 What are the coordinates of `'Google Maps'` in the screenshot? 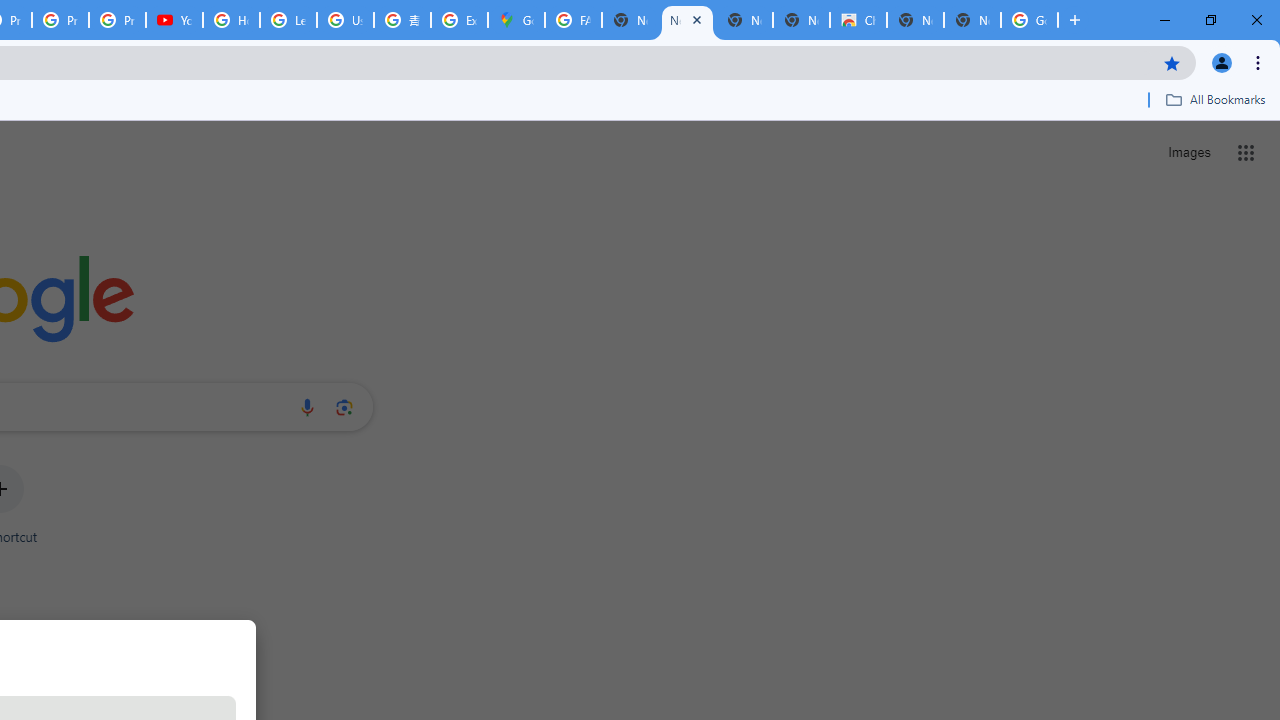 It's located at (516, 20).